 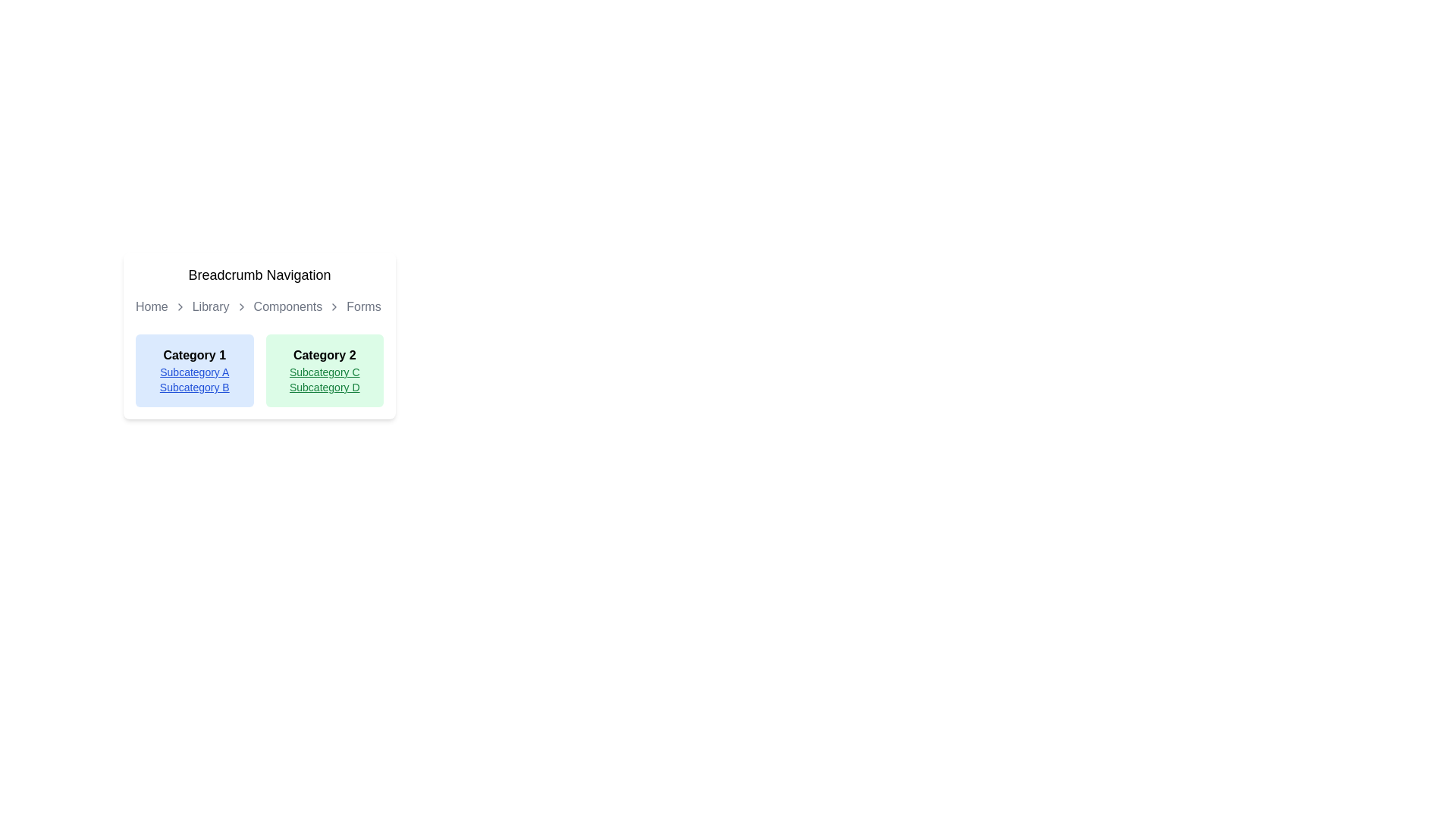 What do you see at coordinates (193, 386) in the screenshot?
I see `the blue text label reading 'Subcategory B'` at bounding box center [193, 386].